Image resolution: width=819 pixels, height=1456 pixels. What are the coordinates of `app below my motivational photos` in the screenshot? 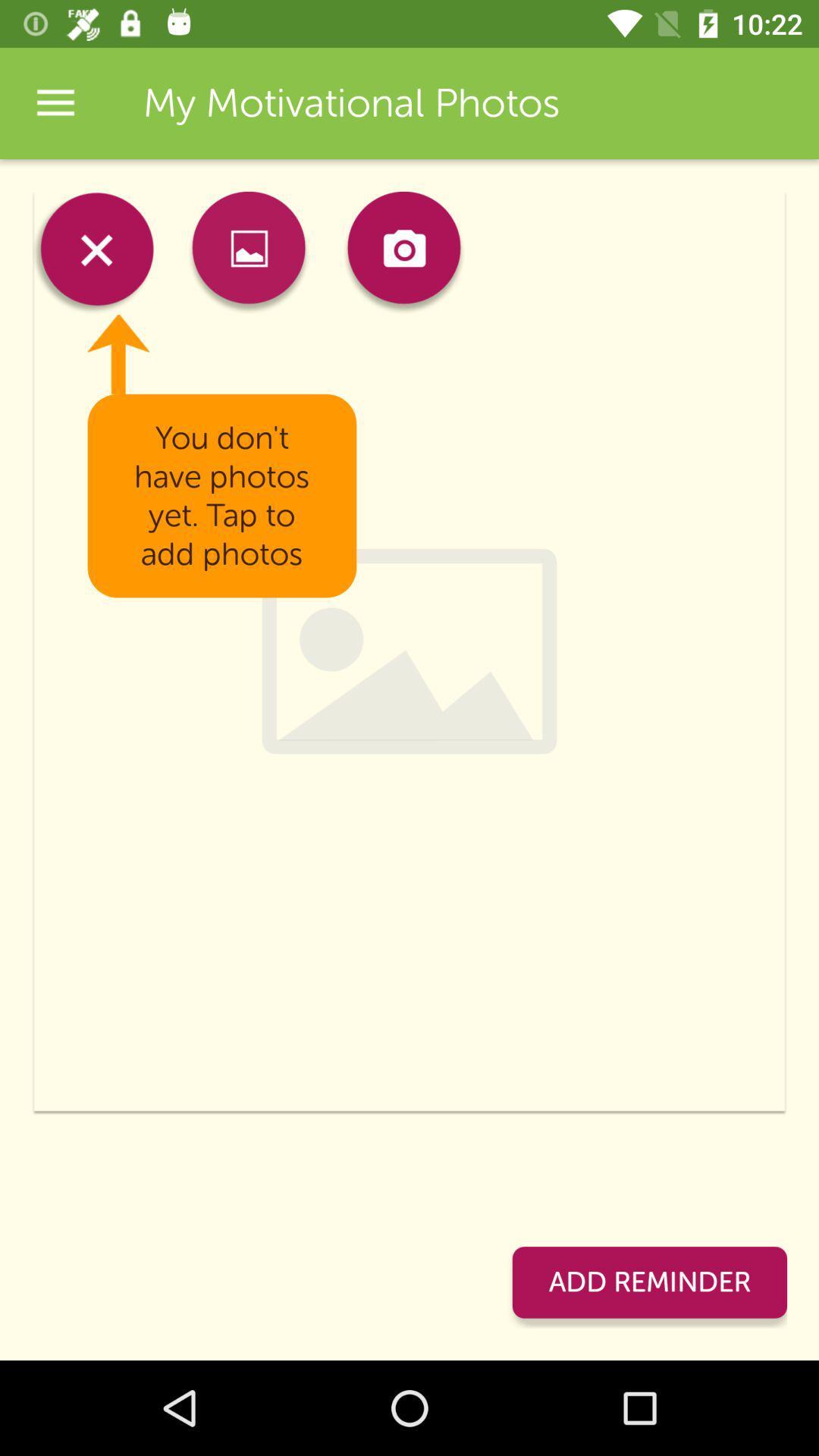 It's located at (248, 253).